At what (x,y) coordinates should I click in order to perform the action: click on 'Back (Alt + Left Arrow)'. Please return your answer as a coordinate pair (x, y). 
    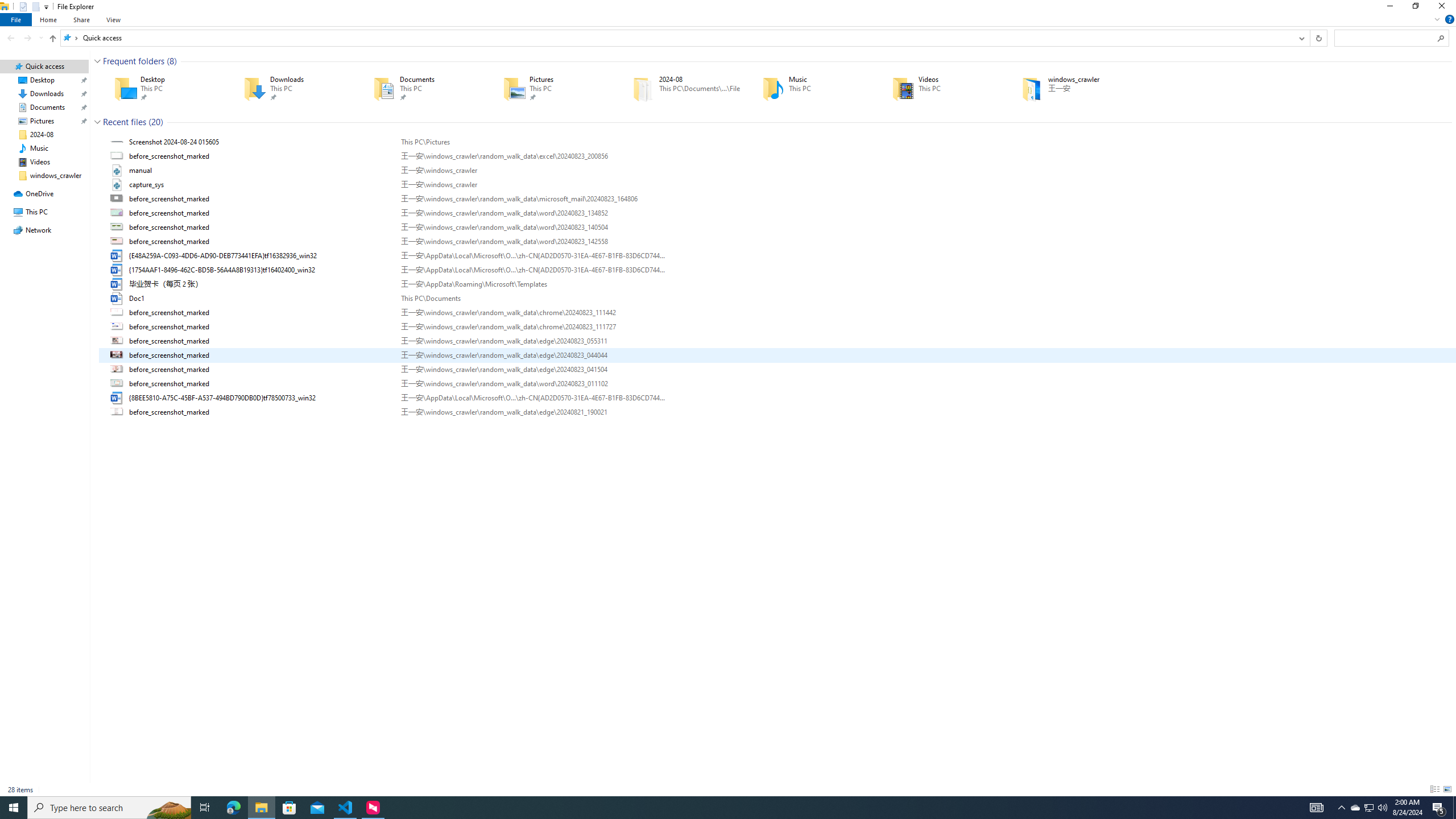
    Looking at the image, I should click on (11, 37).